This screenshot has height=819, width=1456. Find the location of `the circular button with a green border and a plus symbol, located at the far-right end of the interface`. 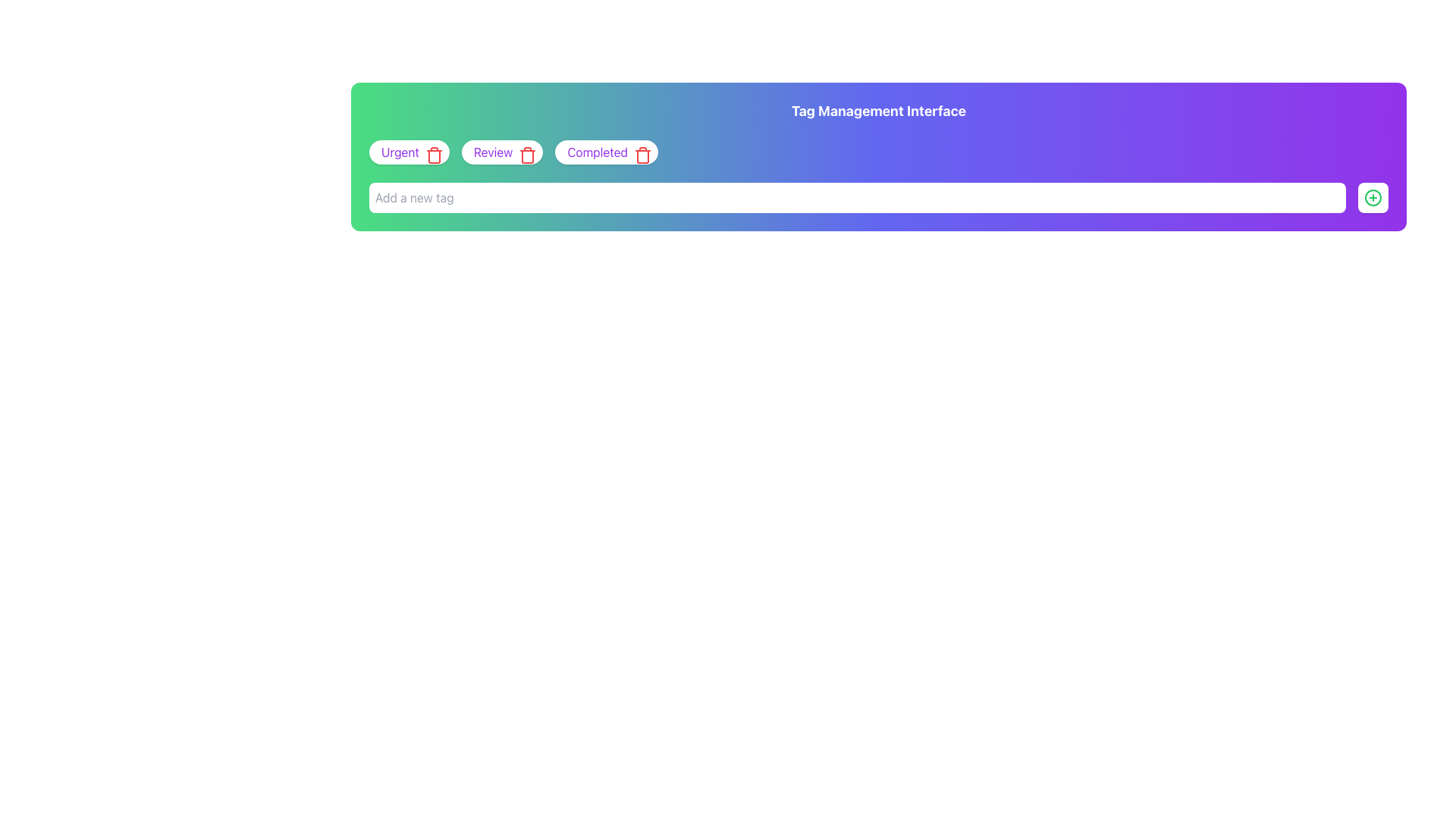

the circular button with a green border and a plus symbol, located at the far-right end of the interface is located at coordinates (1373, 197).